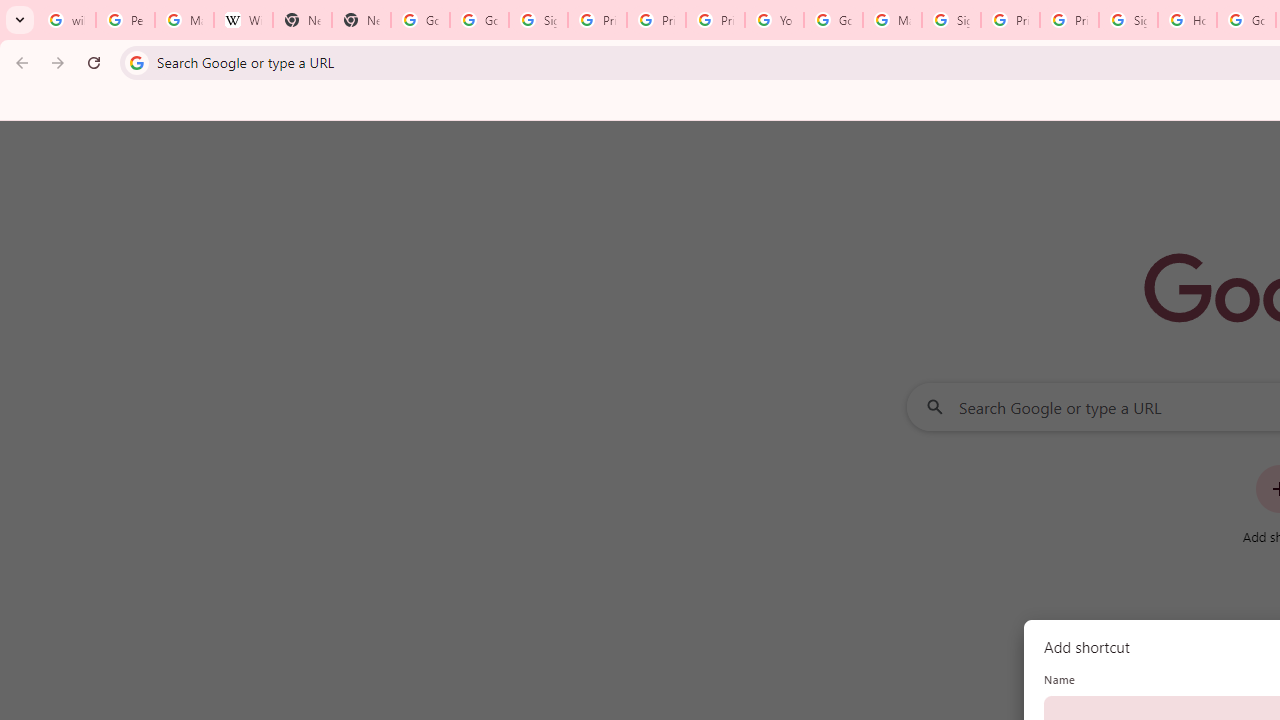  What do you see at coordinates (301, 20) in the screenshot?
I see `'New Tab'` at bounding box center [301, 20].